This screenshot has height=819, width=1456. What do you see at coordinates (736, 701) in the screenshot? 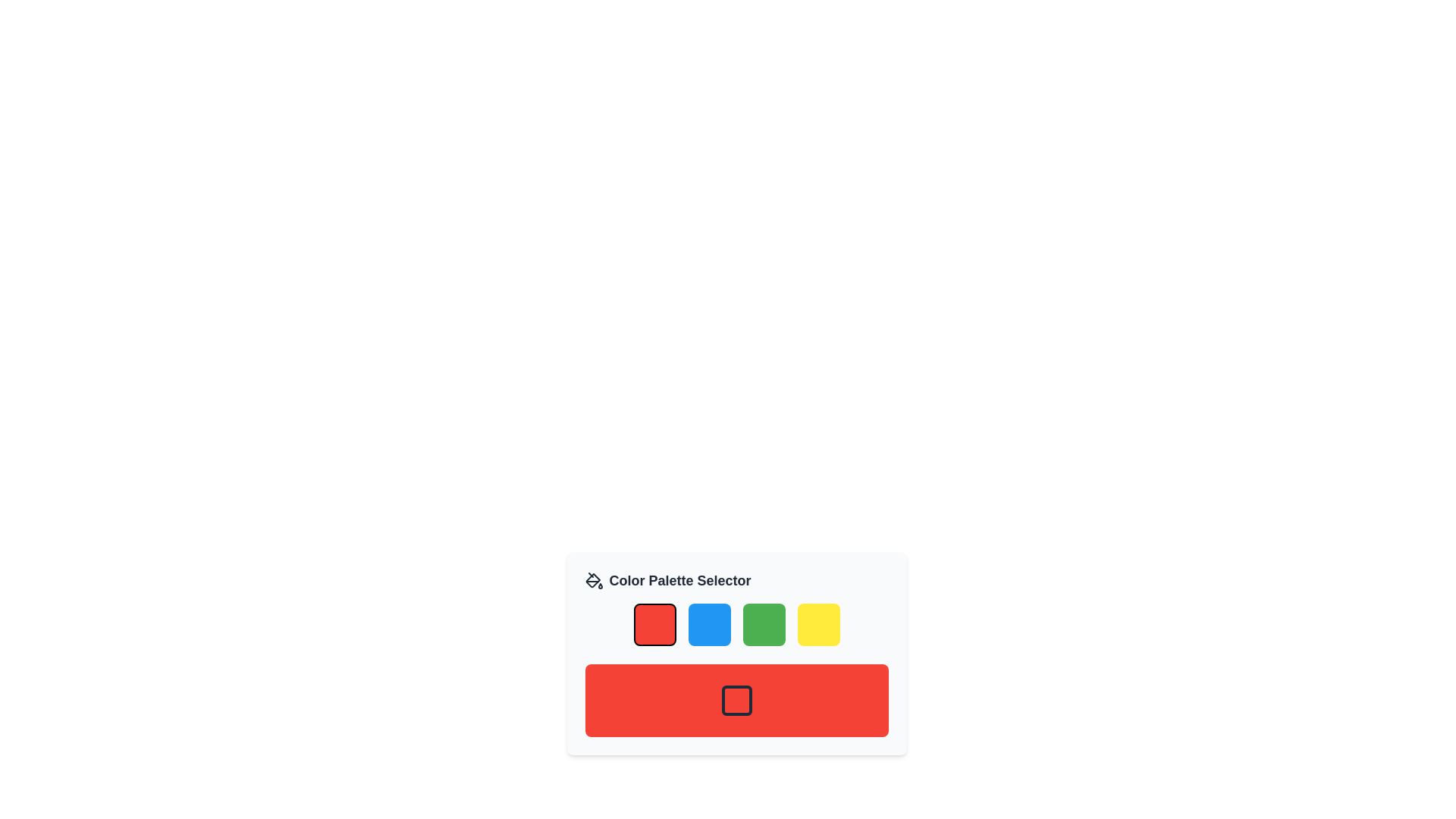
I see `the square icon that is visually related to the red color palette, located in the middle of the red rectangular section below a row of colored buttons` at bounding box center [736, 701].